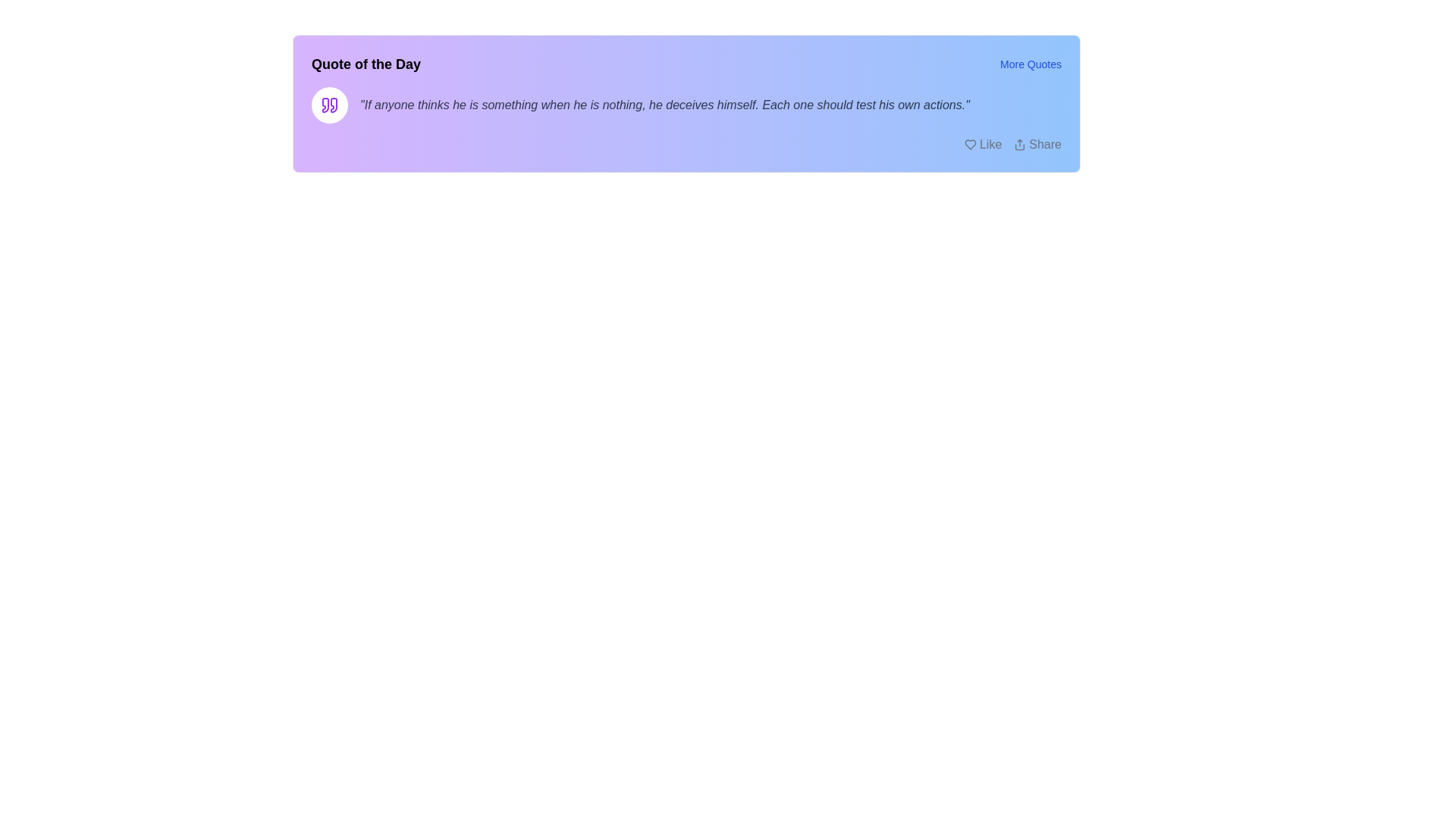 The width and height of the screenshot is (1456, 819). I want to click on the purple quotation marks icon located inside a circular white background under the 'Quote of the Day' title, so click(329, 104).